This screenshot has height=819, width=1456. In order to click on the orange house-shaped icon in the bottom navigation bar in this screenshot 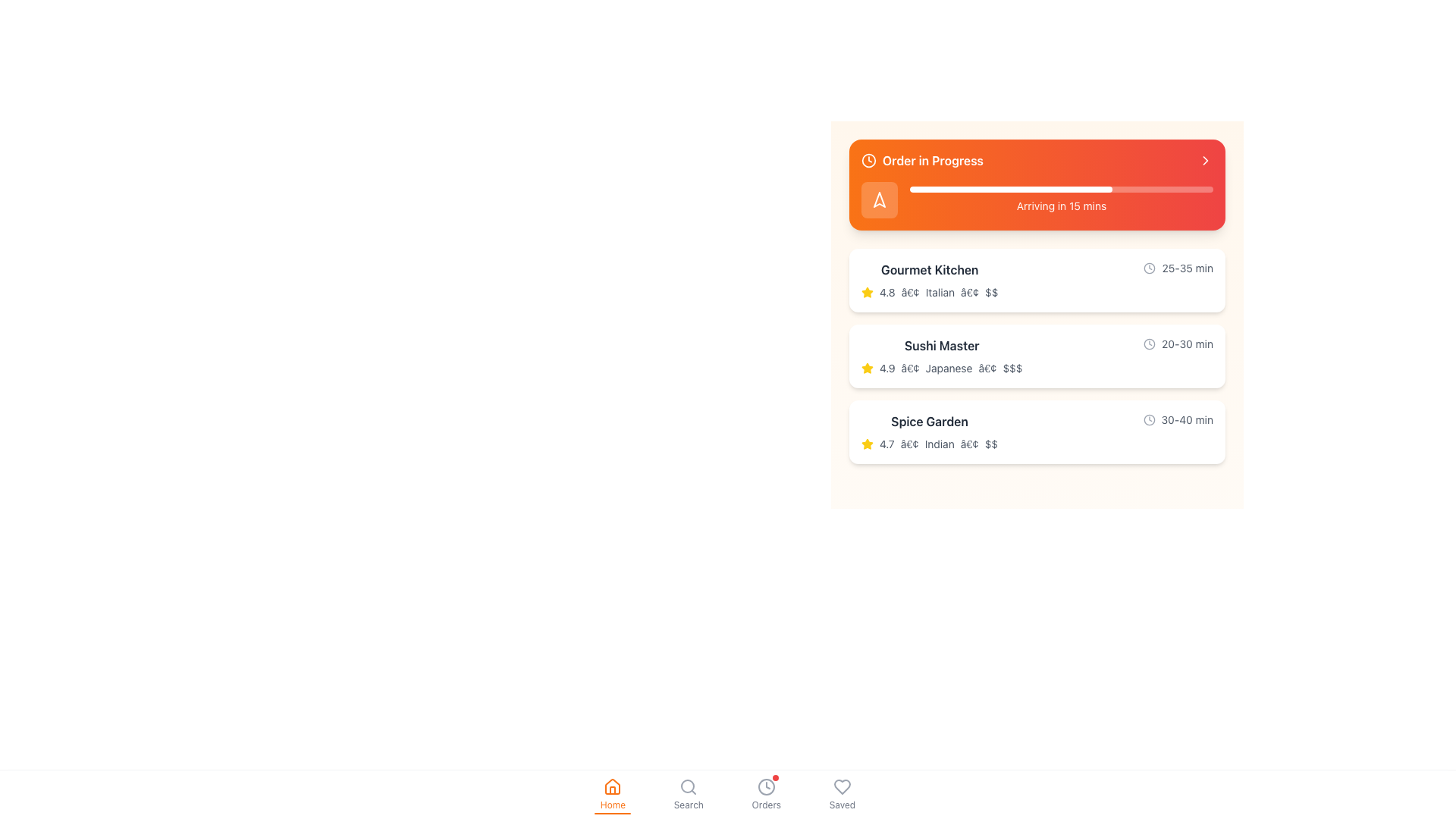, I will do `click(613, 786)`.